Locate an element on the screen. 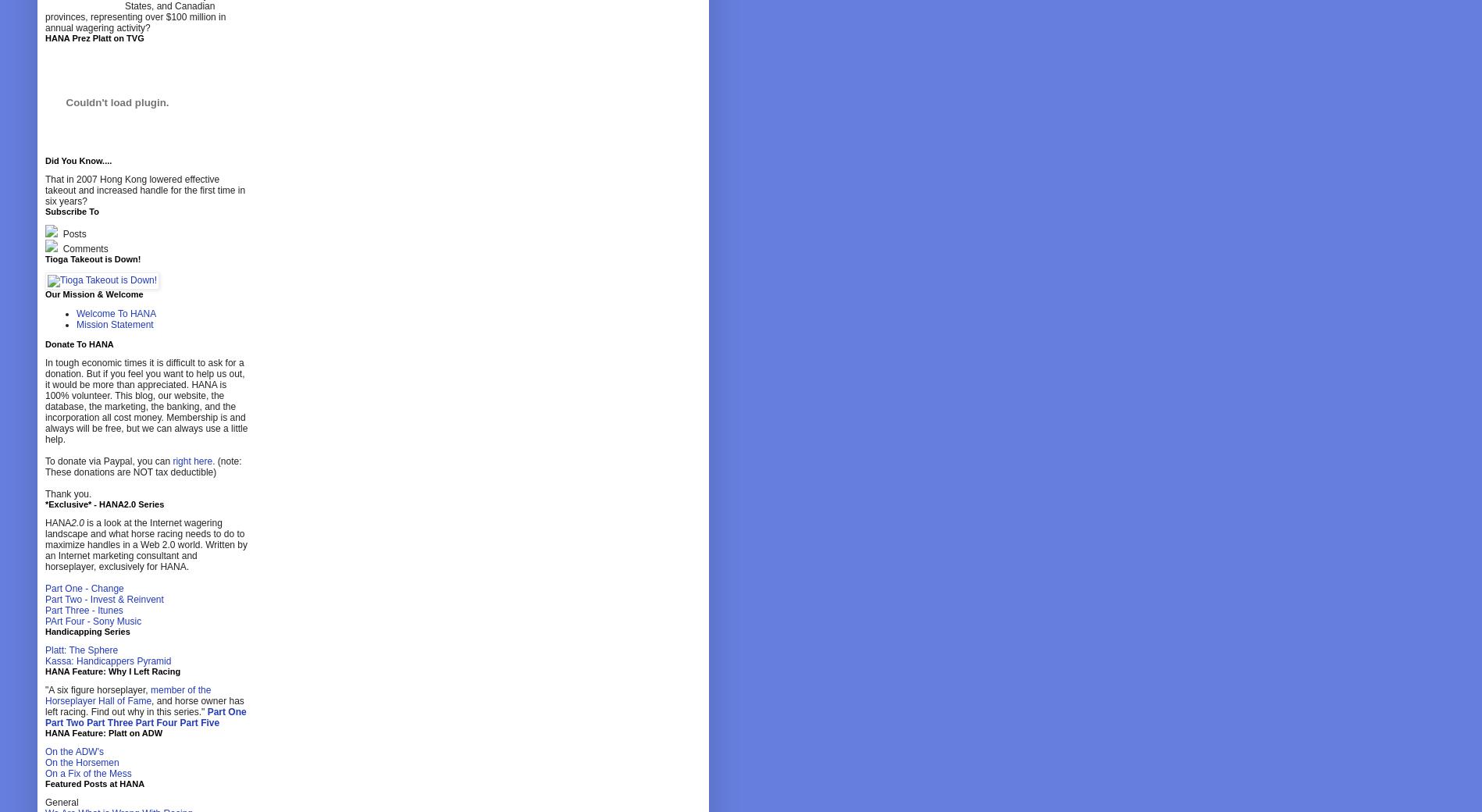 The image size is (1482, 812). 'HANA Prez Platt on TVG' is located at coordinates (94, 37).